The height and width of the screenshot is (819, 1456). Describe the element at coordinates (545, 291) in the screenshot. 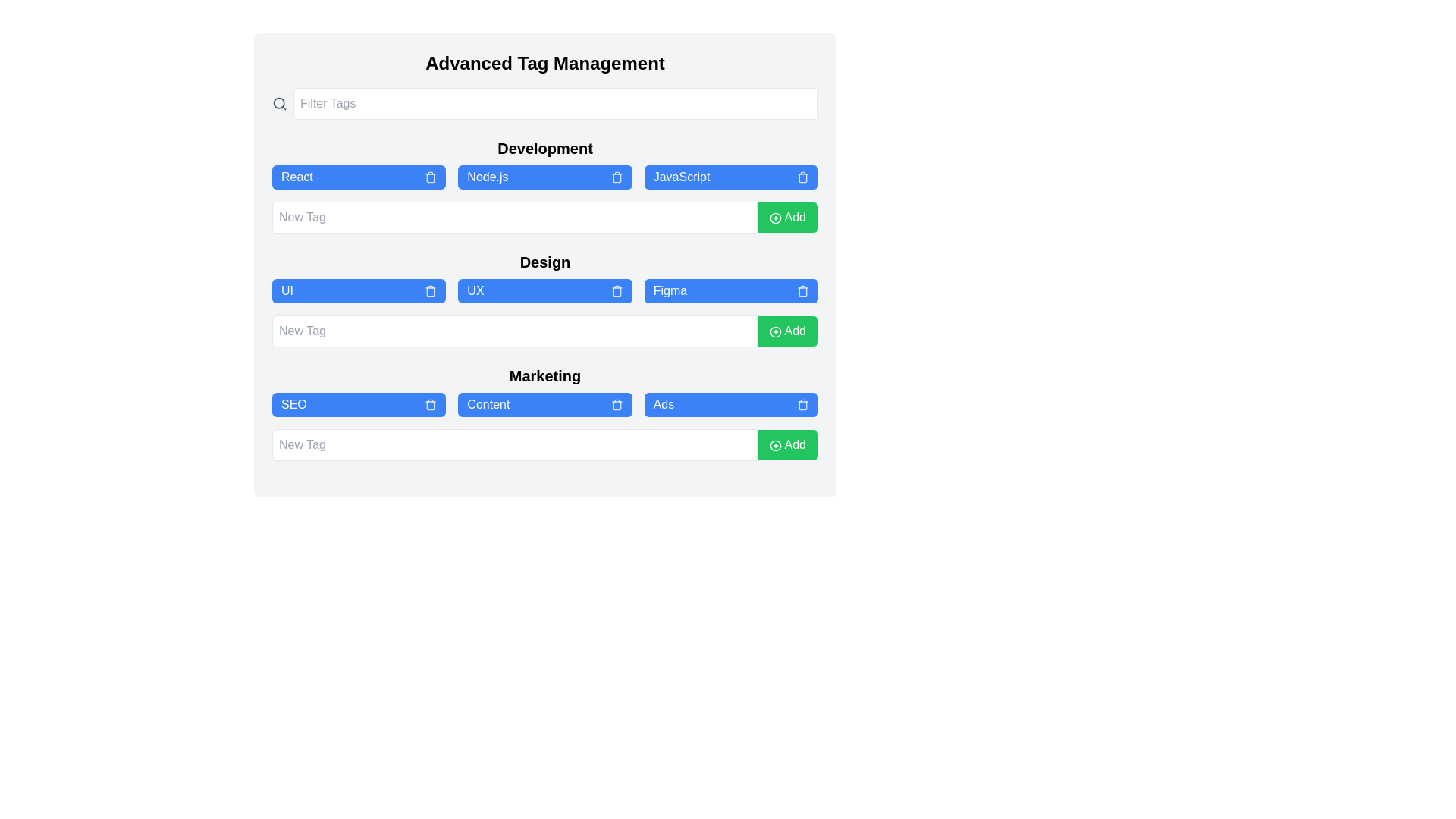

I see `the interactive button in the 'Design' section of the 'Advanced Tag Management' framework` at that location.